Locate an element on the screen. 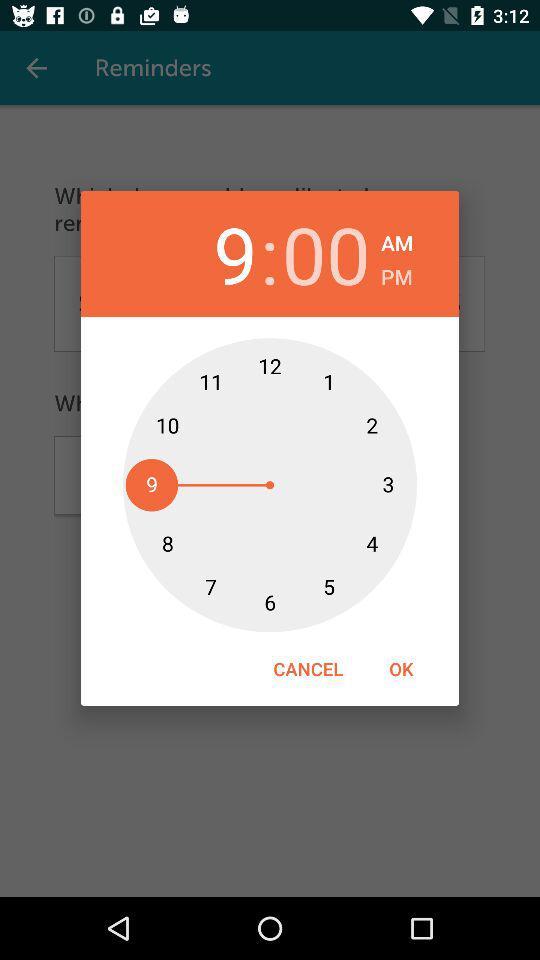  item to the left of the : is located at coordinates (212, 253).